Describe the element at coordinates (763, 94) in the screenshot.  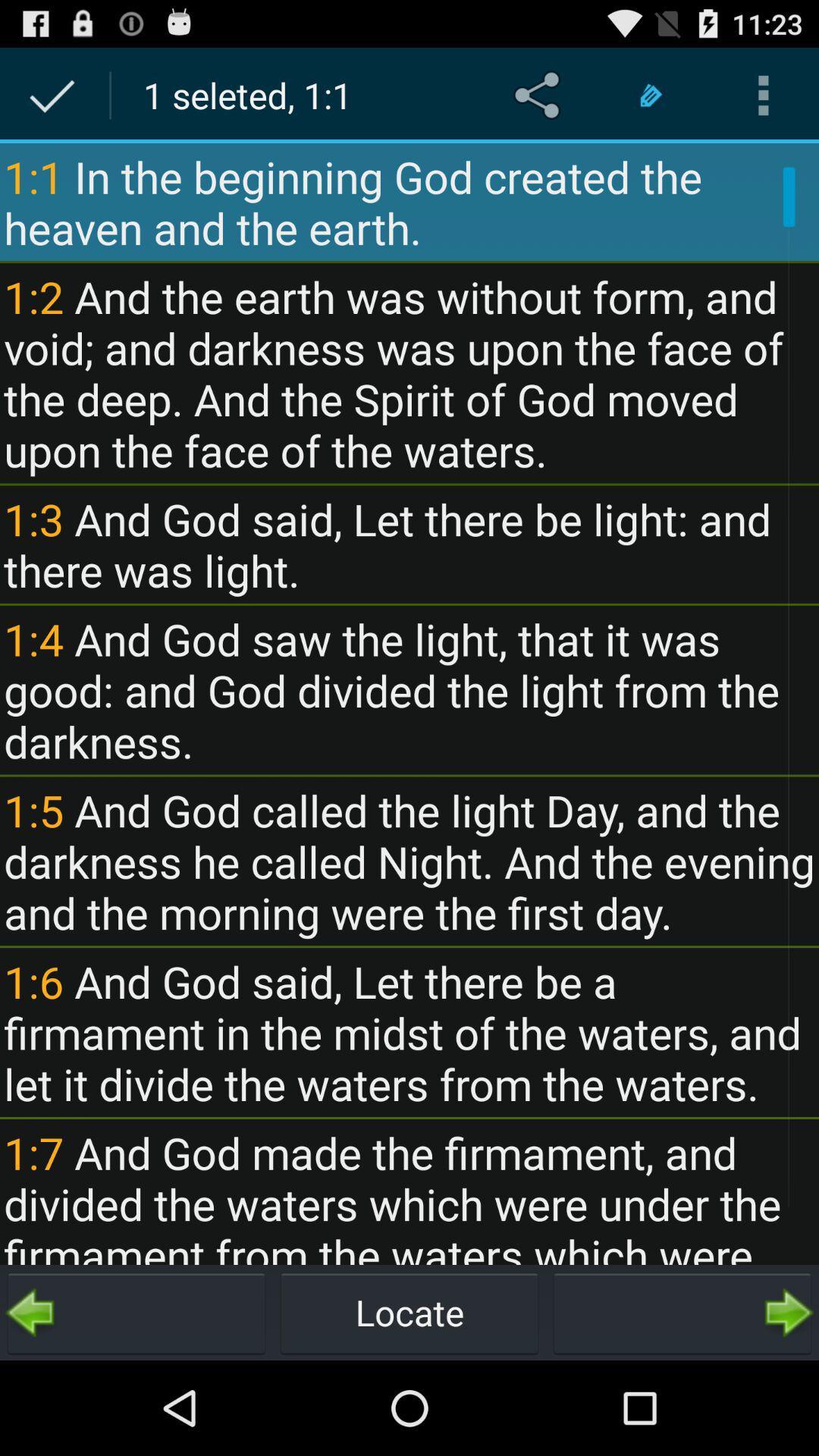
I see `icon above the 1 1 in` at that location.